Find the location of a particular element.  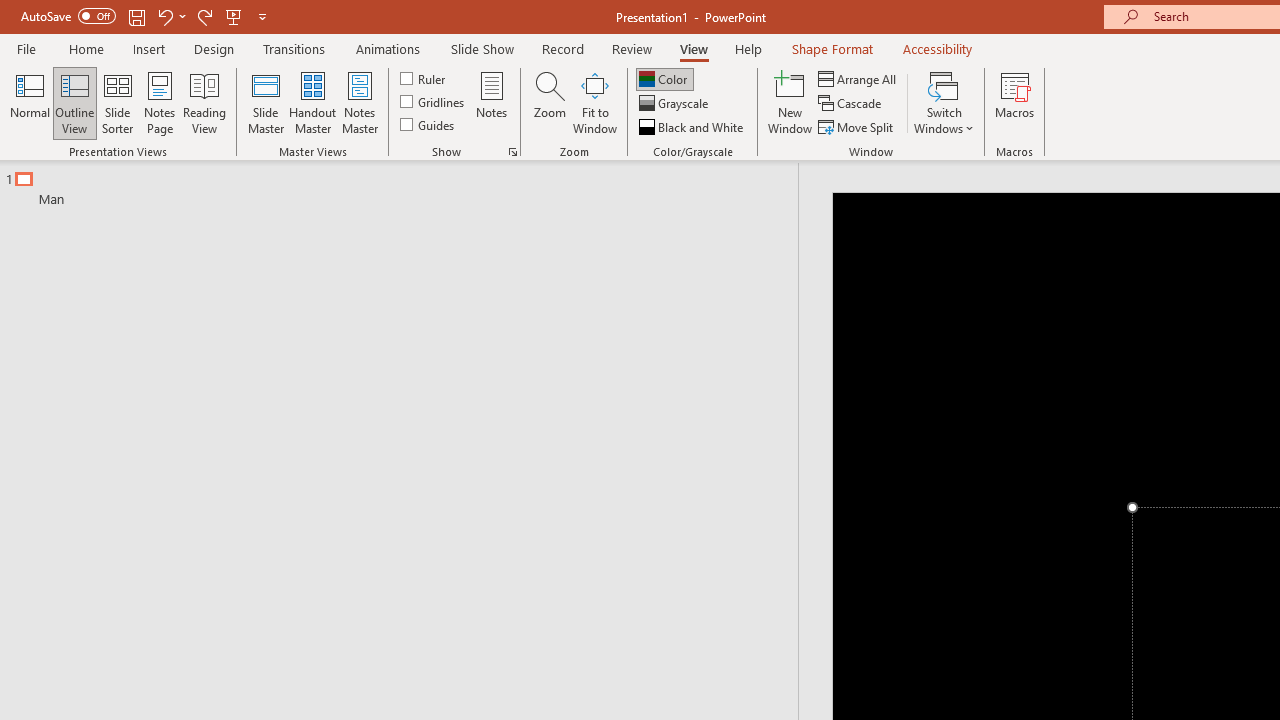

'Notes Master' is located at coordinates (360, 103).